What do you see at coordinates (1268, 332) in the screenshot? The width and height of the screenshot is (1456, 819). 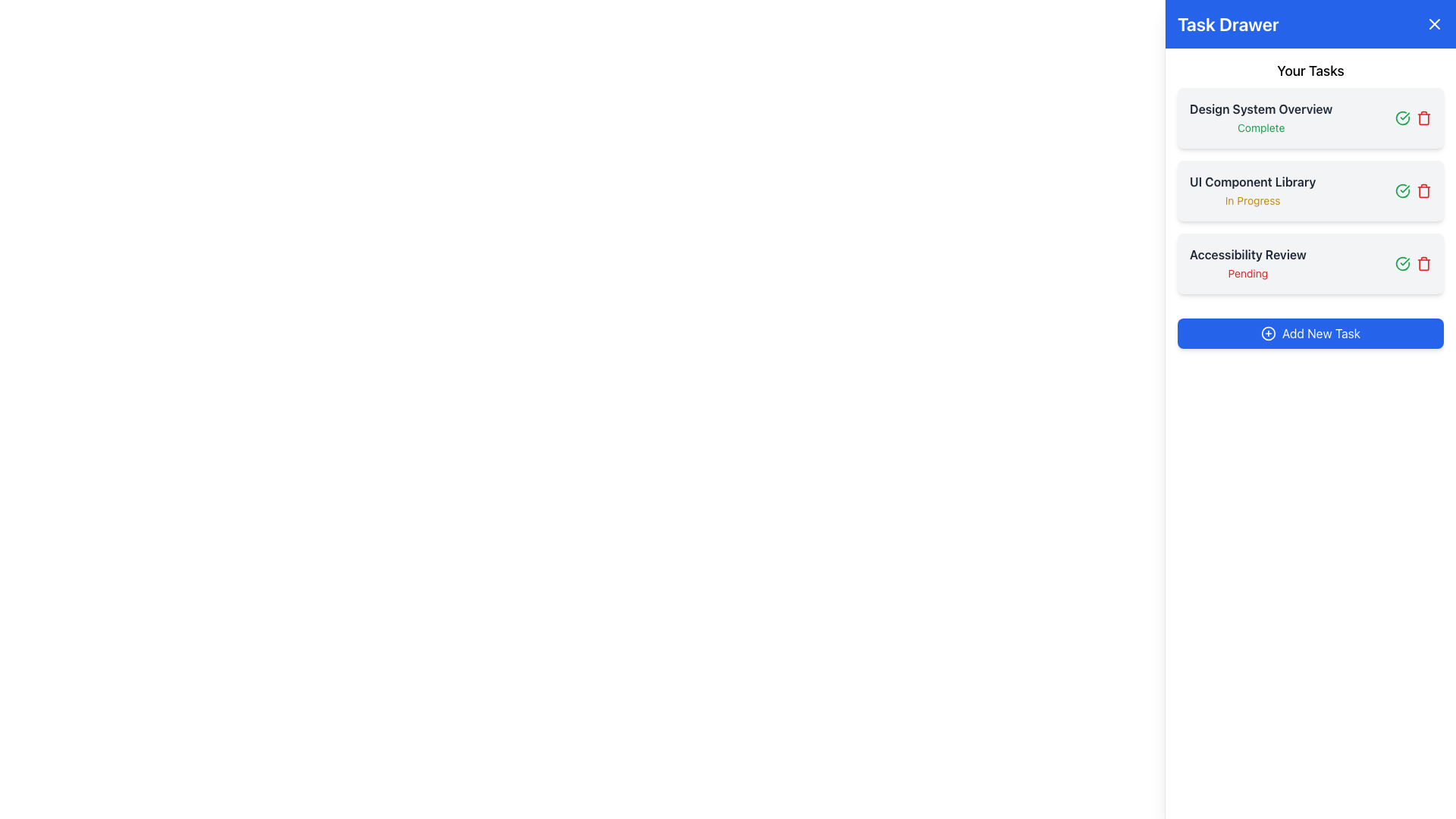 I see `the circular SVG graphic icon centered within the blue button at the bottom of the task drawer` at bounding box center [1268, 332].